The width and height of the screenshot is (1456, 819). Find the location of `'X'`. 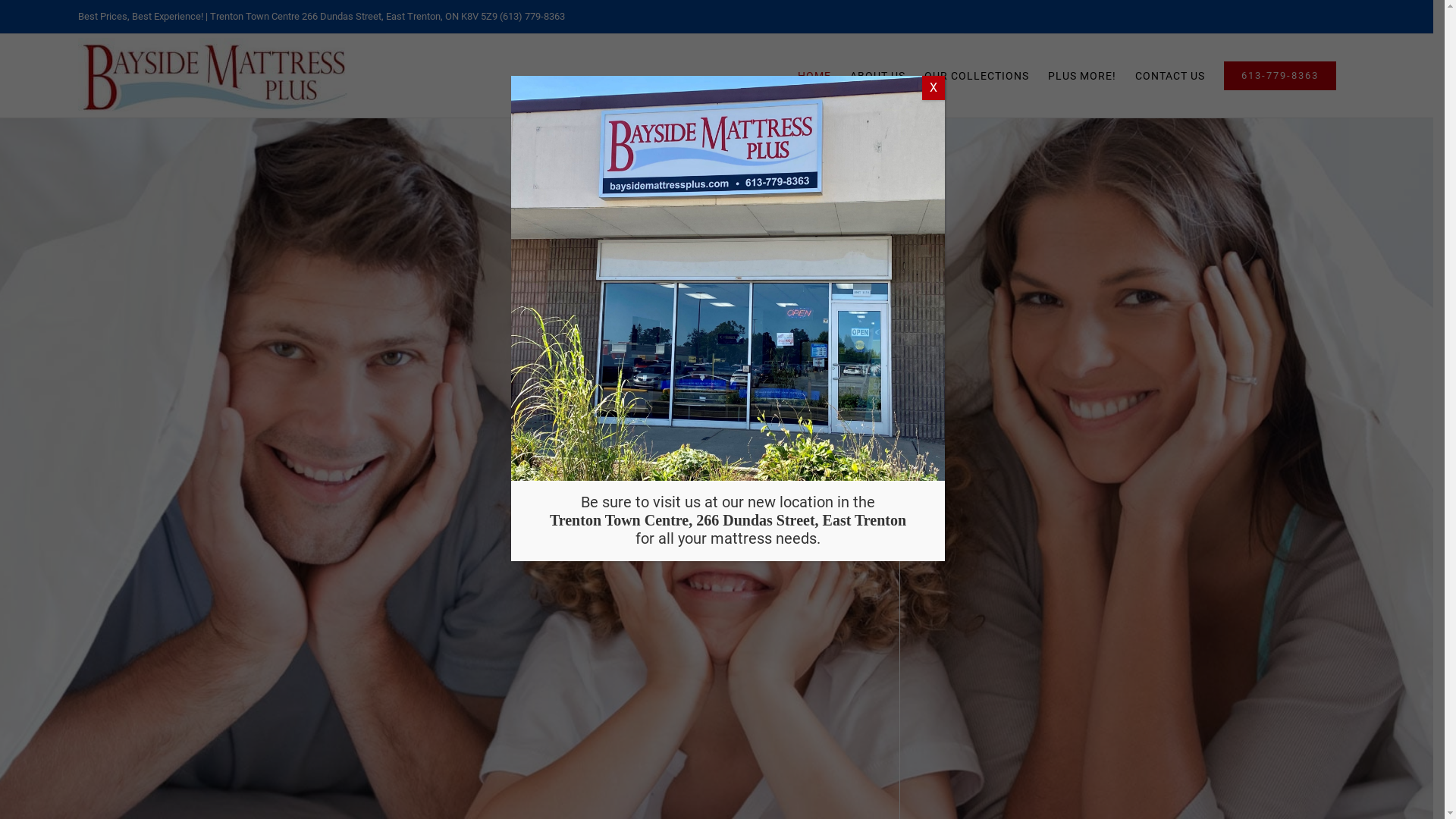

'X' is located at coordinates (932, 87).